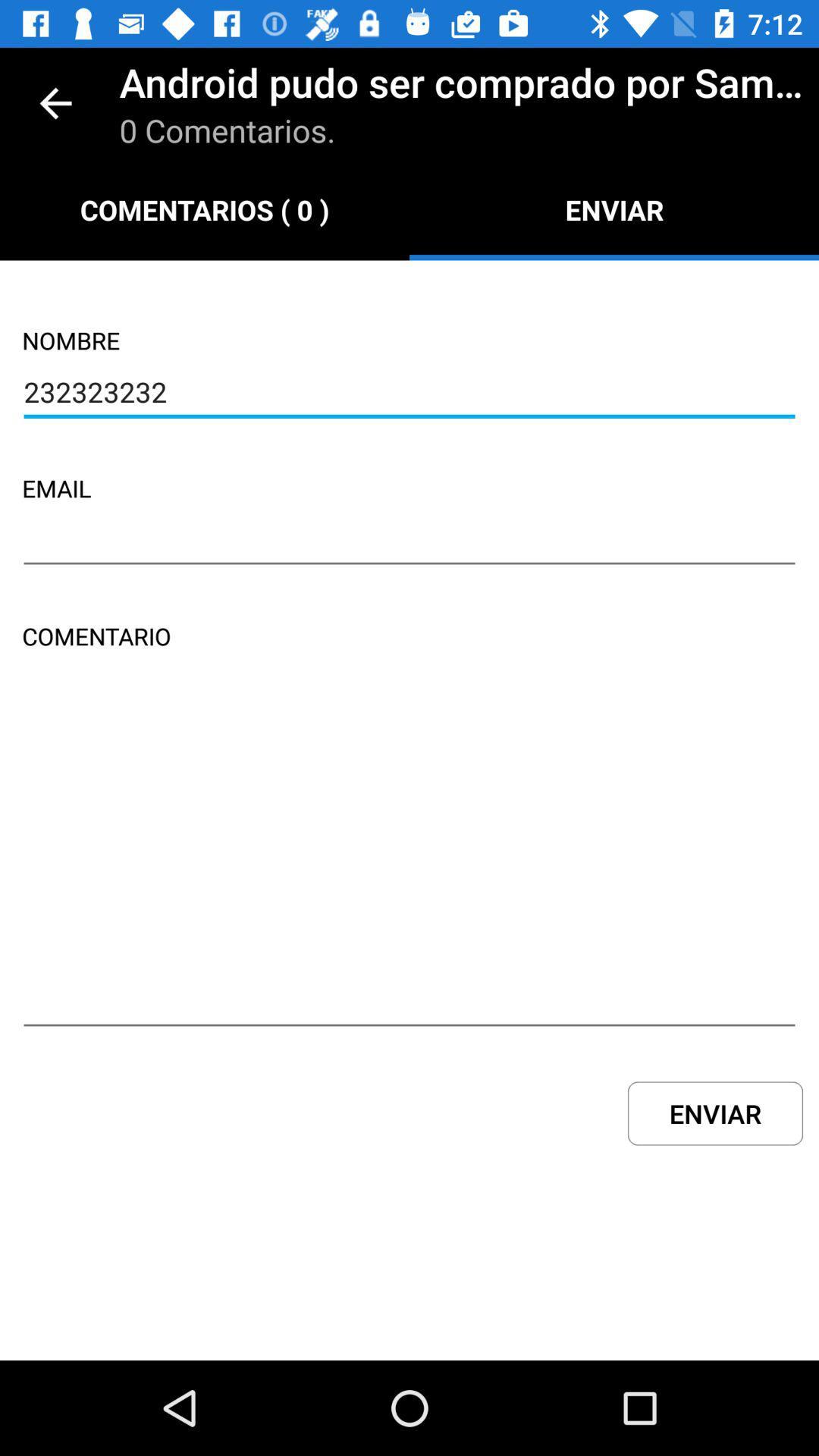 The width and height of the screenshot is (819, 1456). I want to click on the icon above the enviar, so click(409, 862).